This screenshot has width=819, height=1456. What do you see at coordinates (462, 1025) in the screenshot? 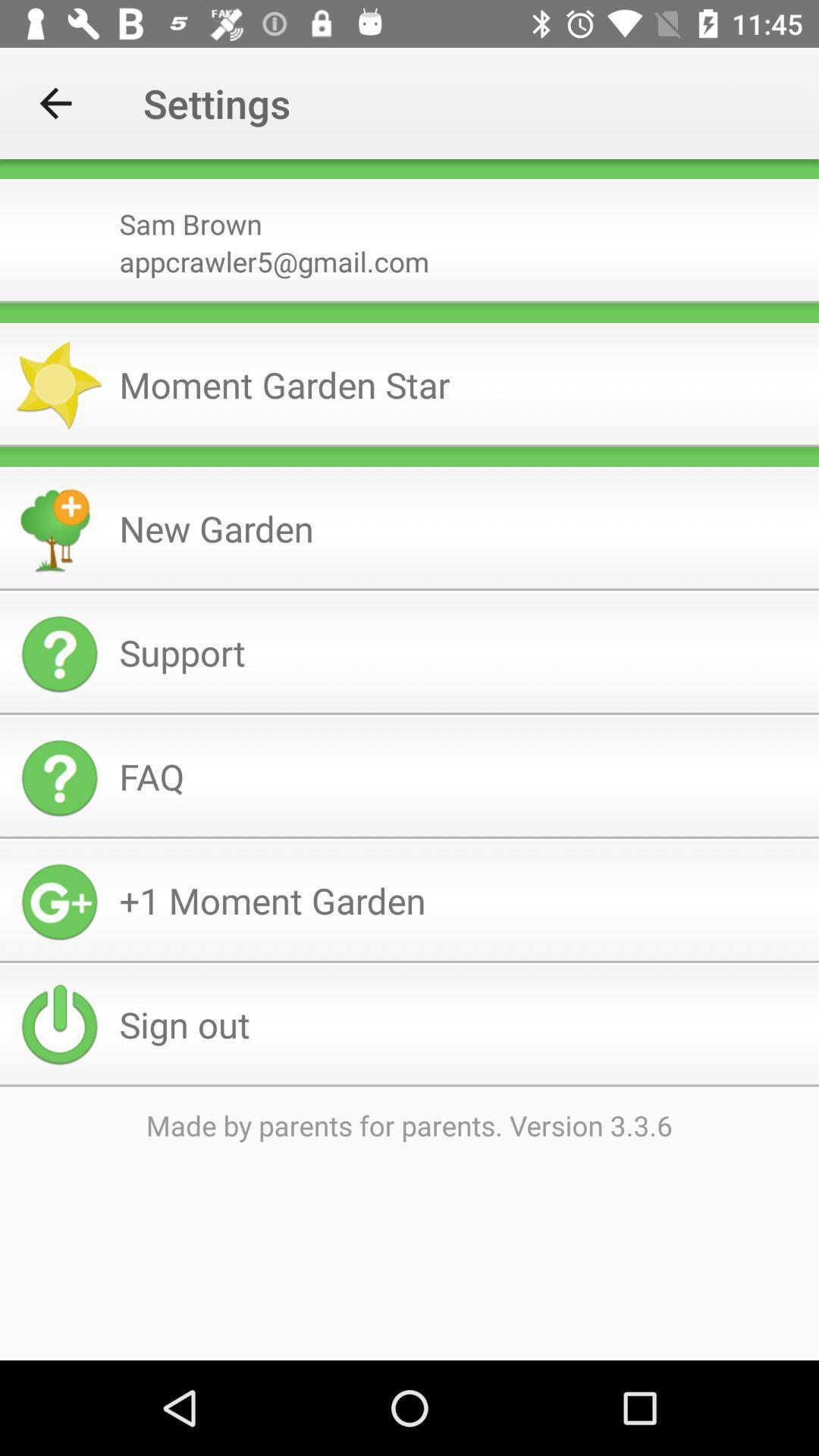
I see `sign out icon` at bounding box center [462, 1025].